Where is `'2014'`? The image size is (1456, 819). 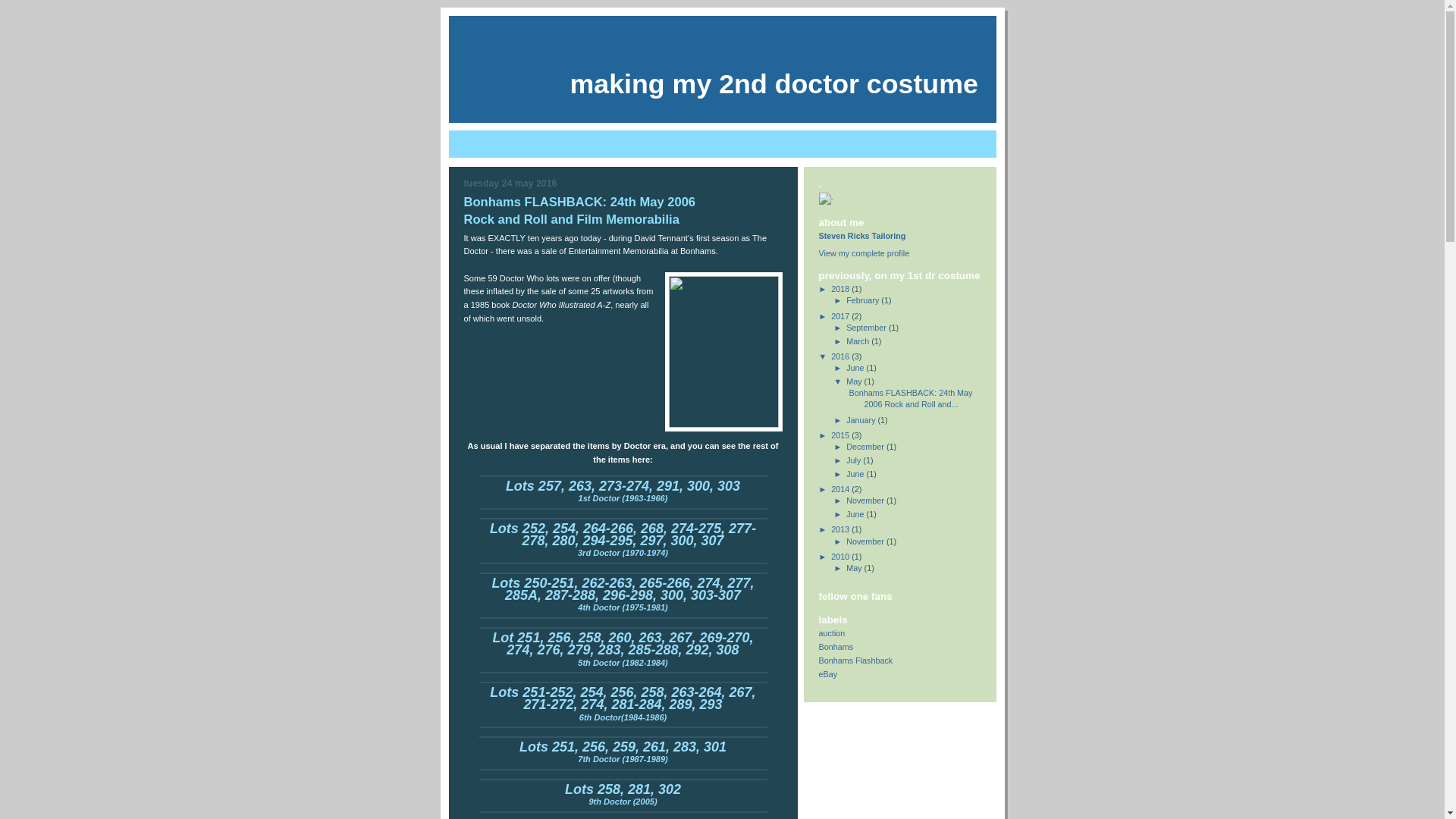
'2014' is located at coordinates (840, 488).